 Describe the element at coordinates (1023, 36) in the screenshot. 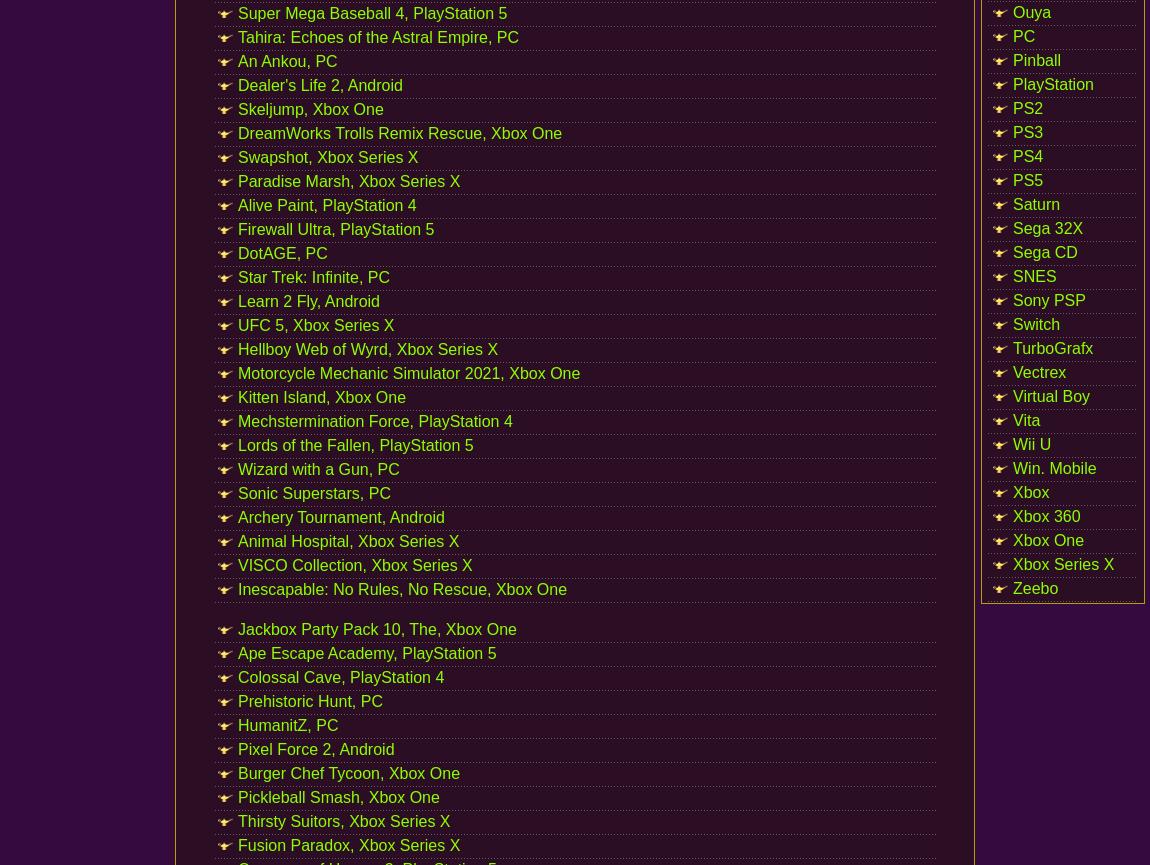

I see `'PC'` at that location.